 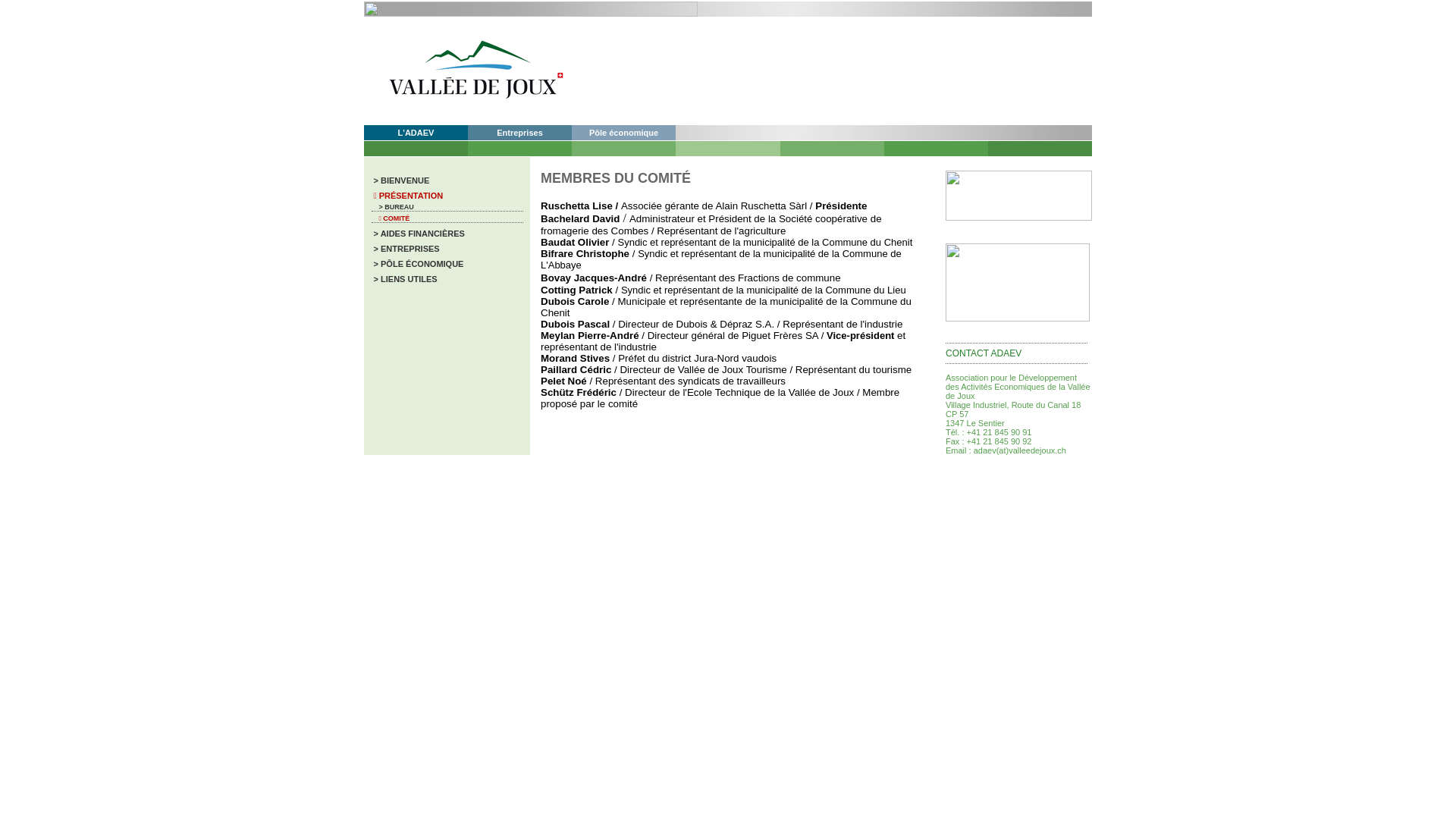 What do you see at coordinates (393, 207) in the screenshot?
I see `'    > BUREAU'` at bounding box center [393, 207].